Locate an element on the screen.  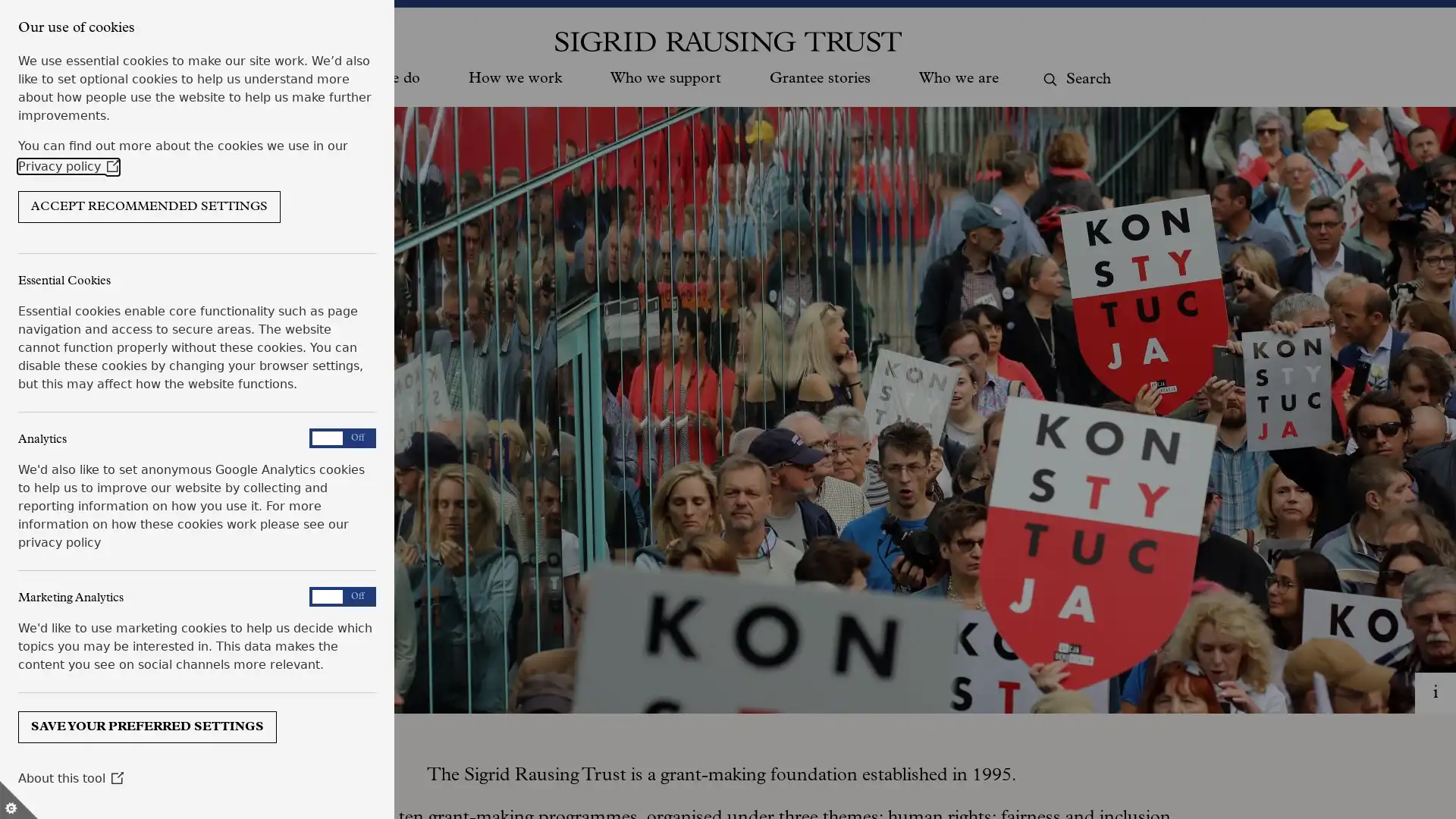
SAVE YOUR PREFERRED SETTINGS is located at coordinates (147, 725).